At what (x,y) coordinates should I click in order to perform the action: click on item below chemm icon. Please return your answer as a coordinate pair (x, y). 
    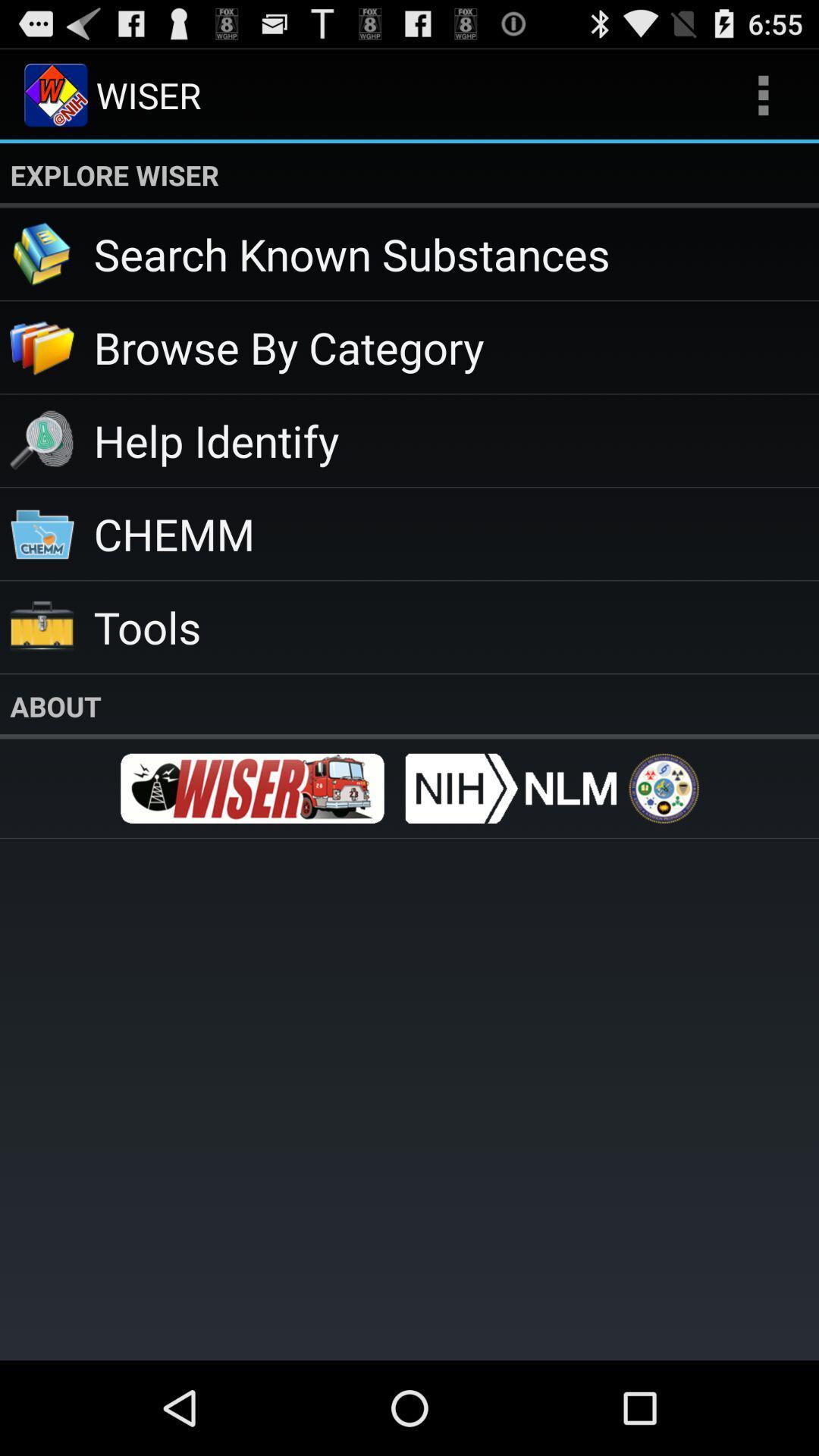
    Looking at the image, I should click on (455, 626).